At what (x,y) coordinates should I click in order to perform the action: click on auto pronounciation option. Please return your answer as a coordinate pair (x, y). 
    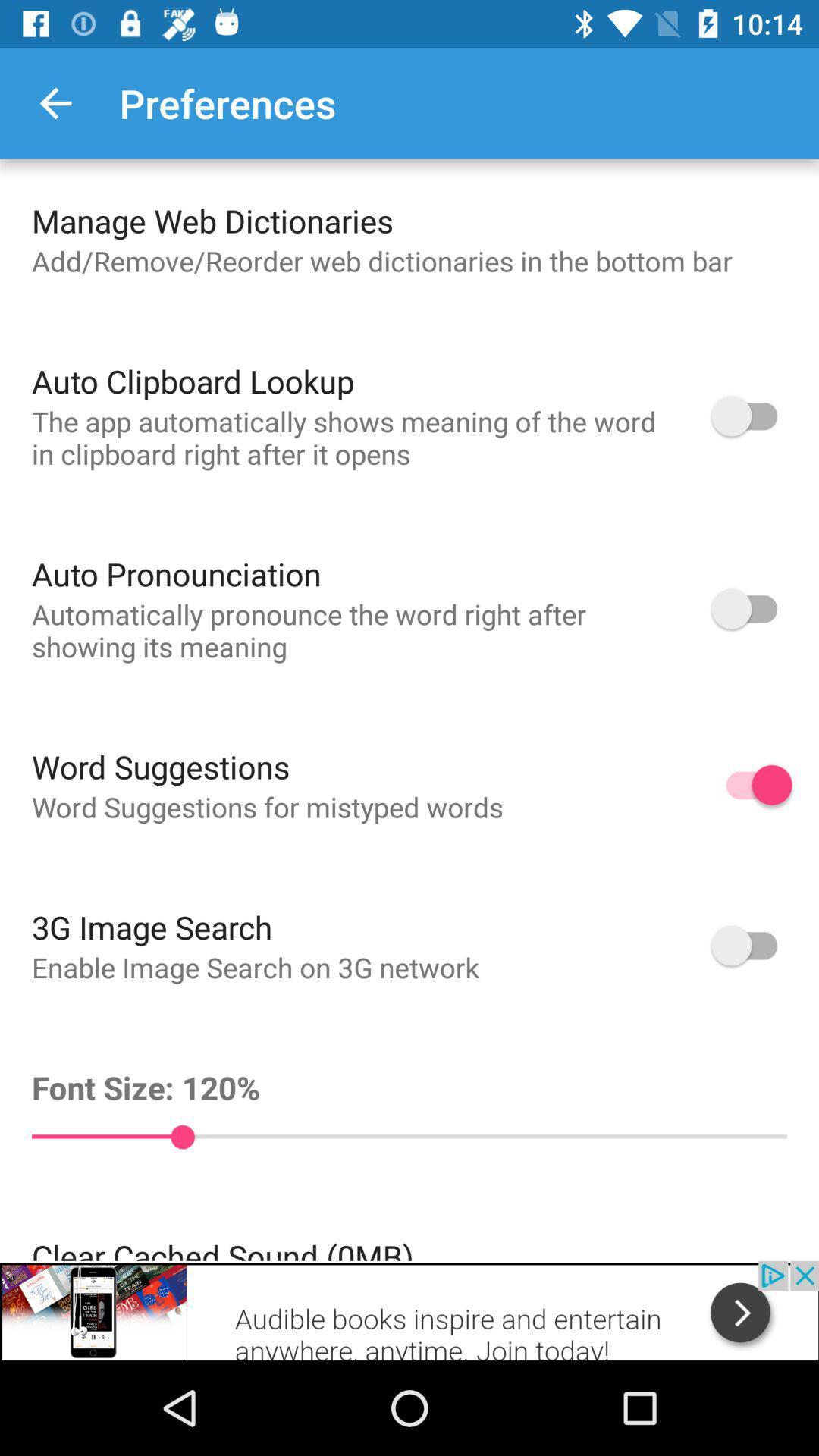
    Looking at the image, I should click on (752, 608).